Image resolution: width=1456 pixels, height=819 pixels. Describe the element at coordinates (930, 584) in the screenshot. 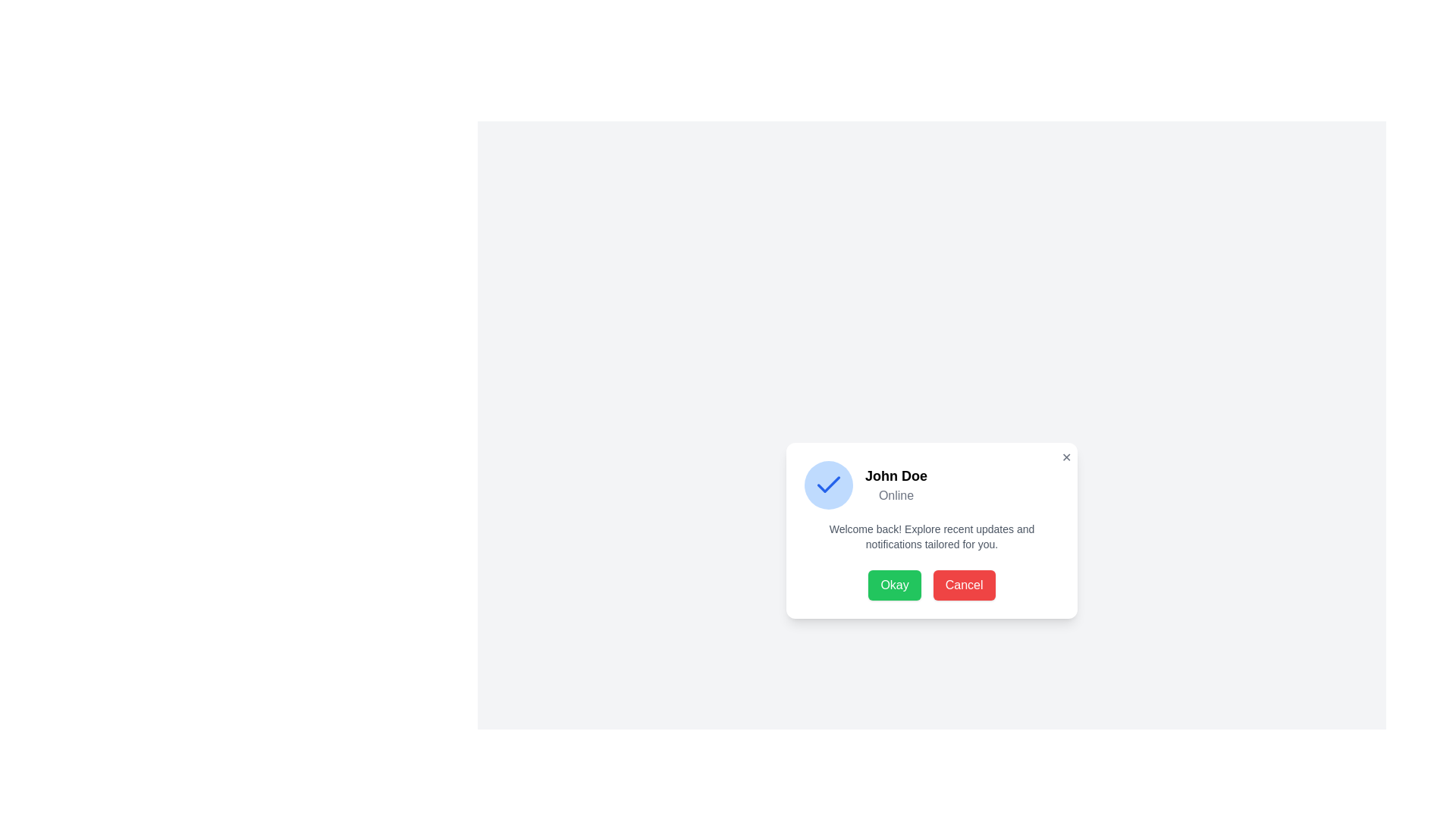

I see `the 'Cancel' button located in the bottom section of the modal dialog` at that location.